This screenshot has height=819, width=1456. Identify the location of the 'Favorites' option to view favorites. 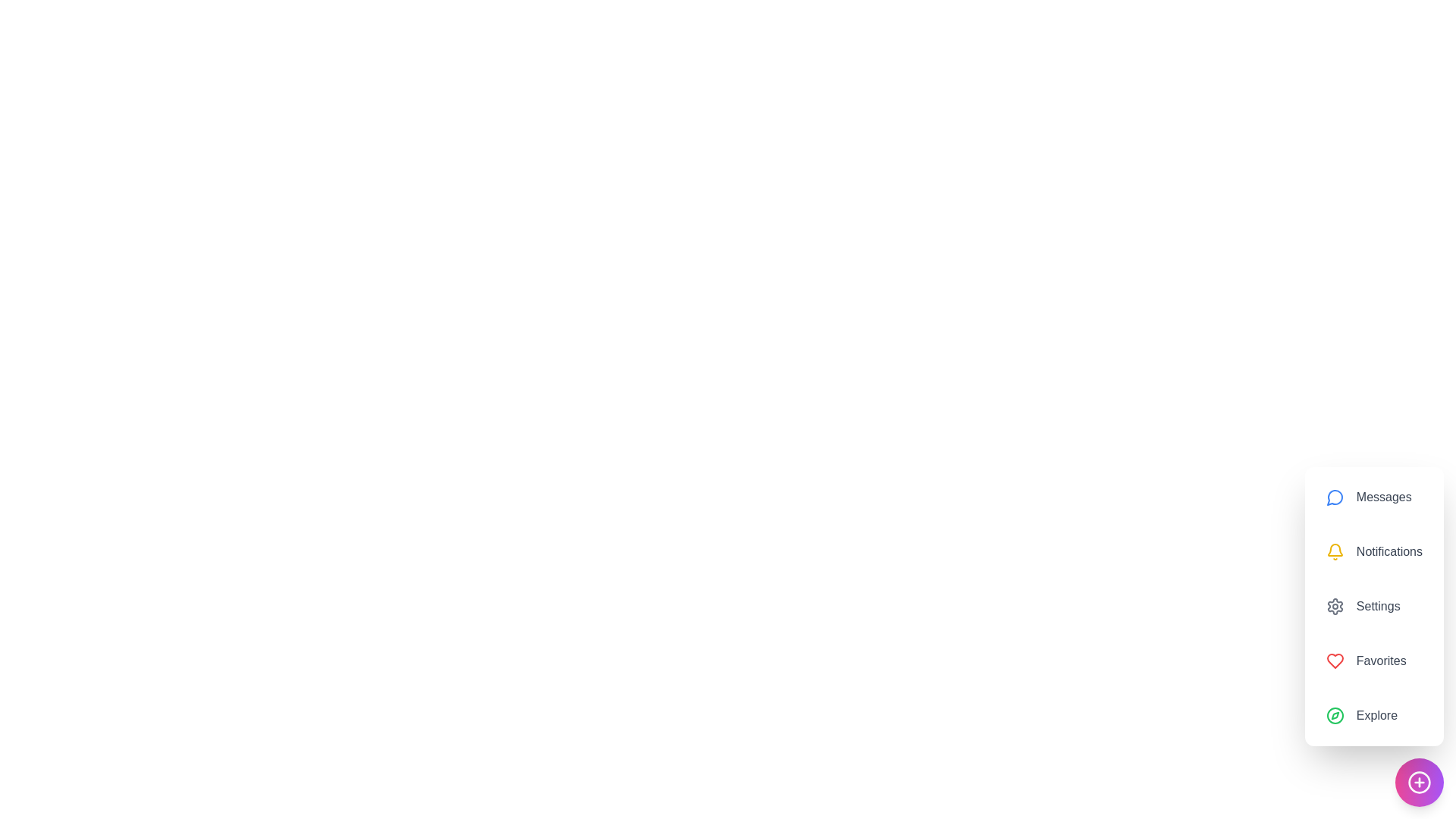
(1373, 660).